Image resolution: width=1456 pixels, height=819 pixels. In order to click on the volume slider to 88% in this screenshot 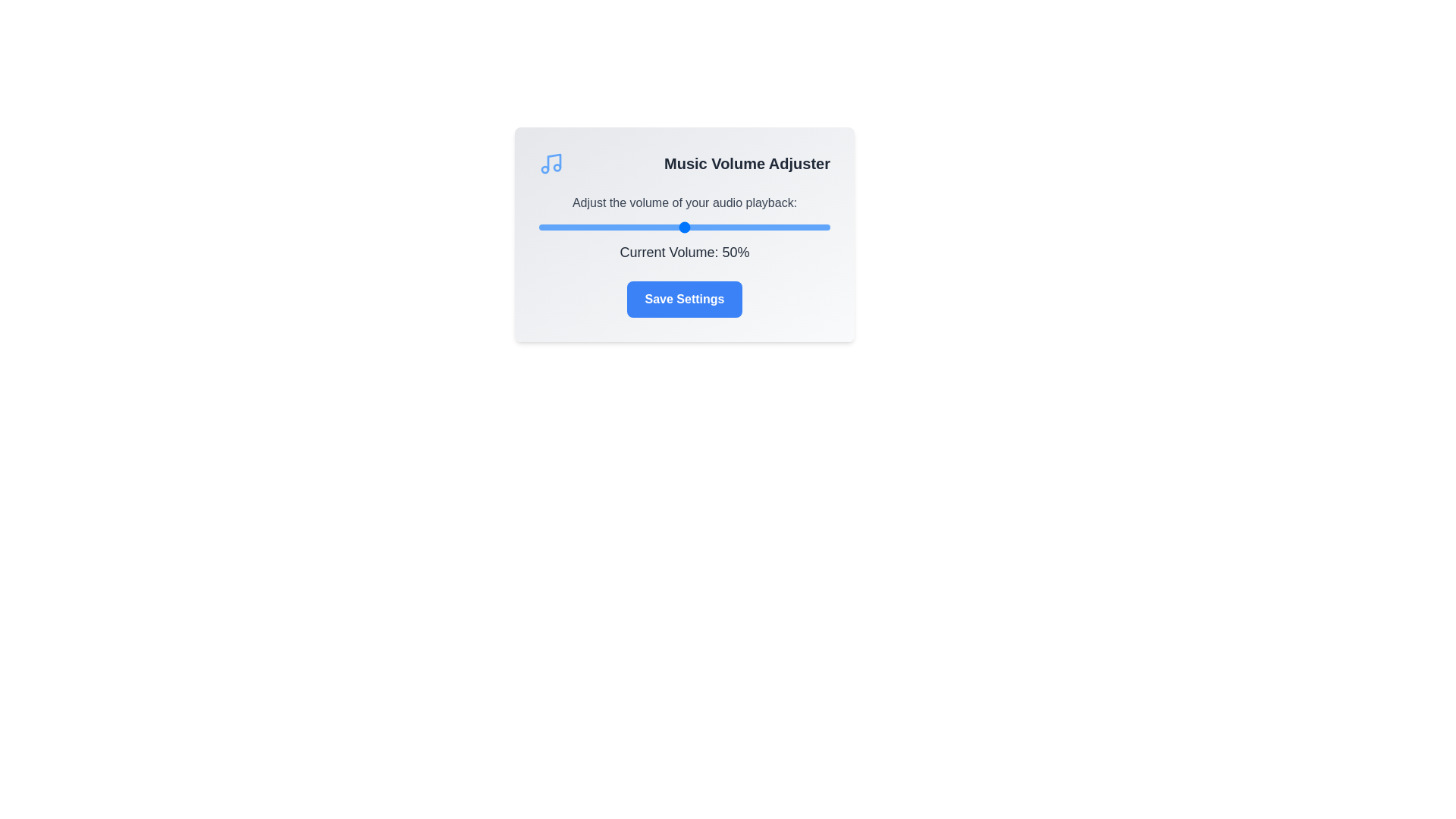, I will do `click(794, 227)`.